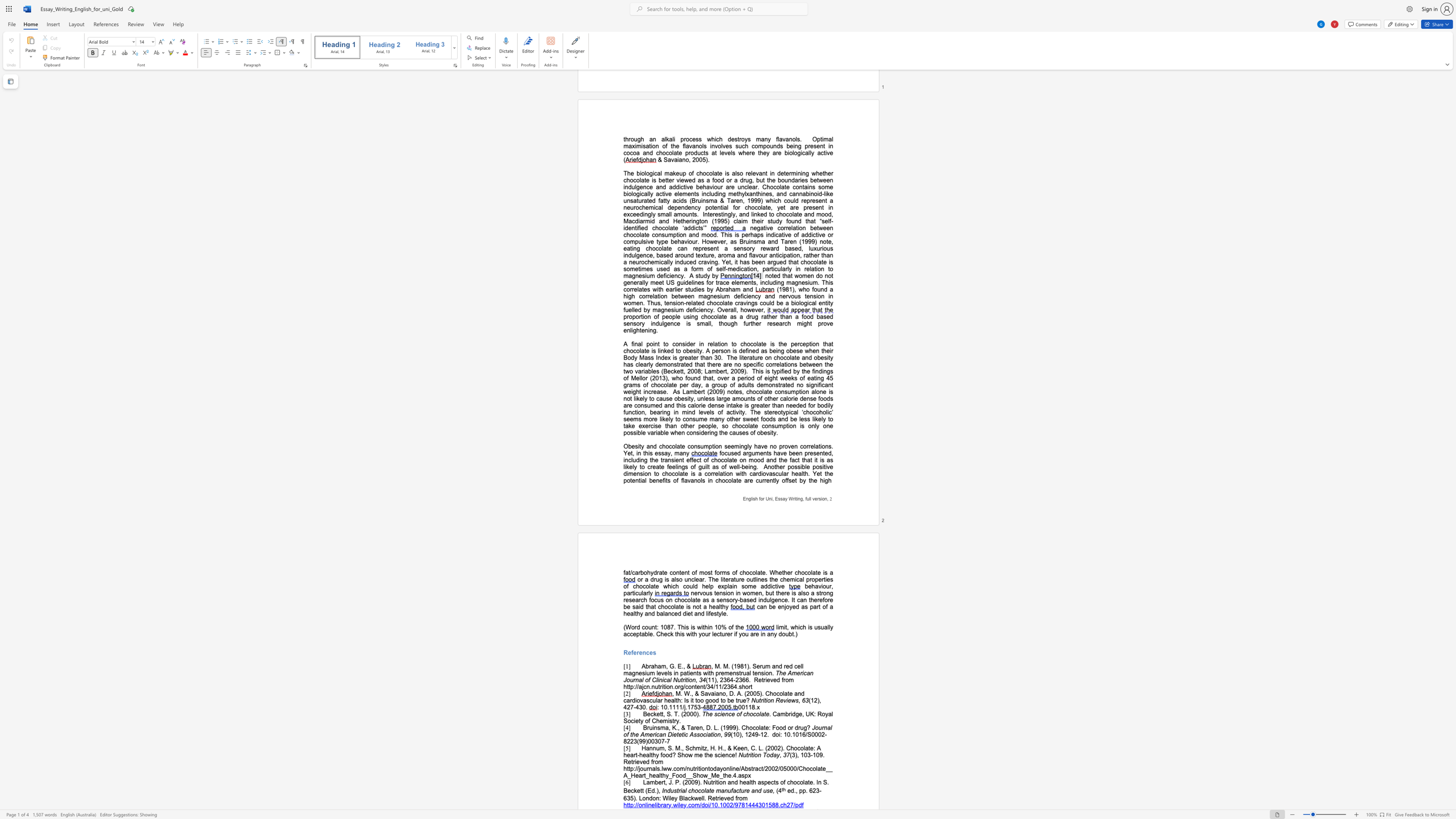 This screenshot has width=1456, height=819. I want to click on the subset text "ate manufactu" within the text "Industrial chocolate manufacture and use,", so click(705, 791).